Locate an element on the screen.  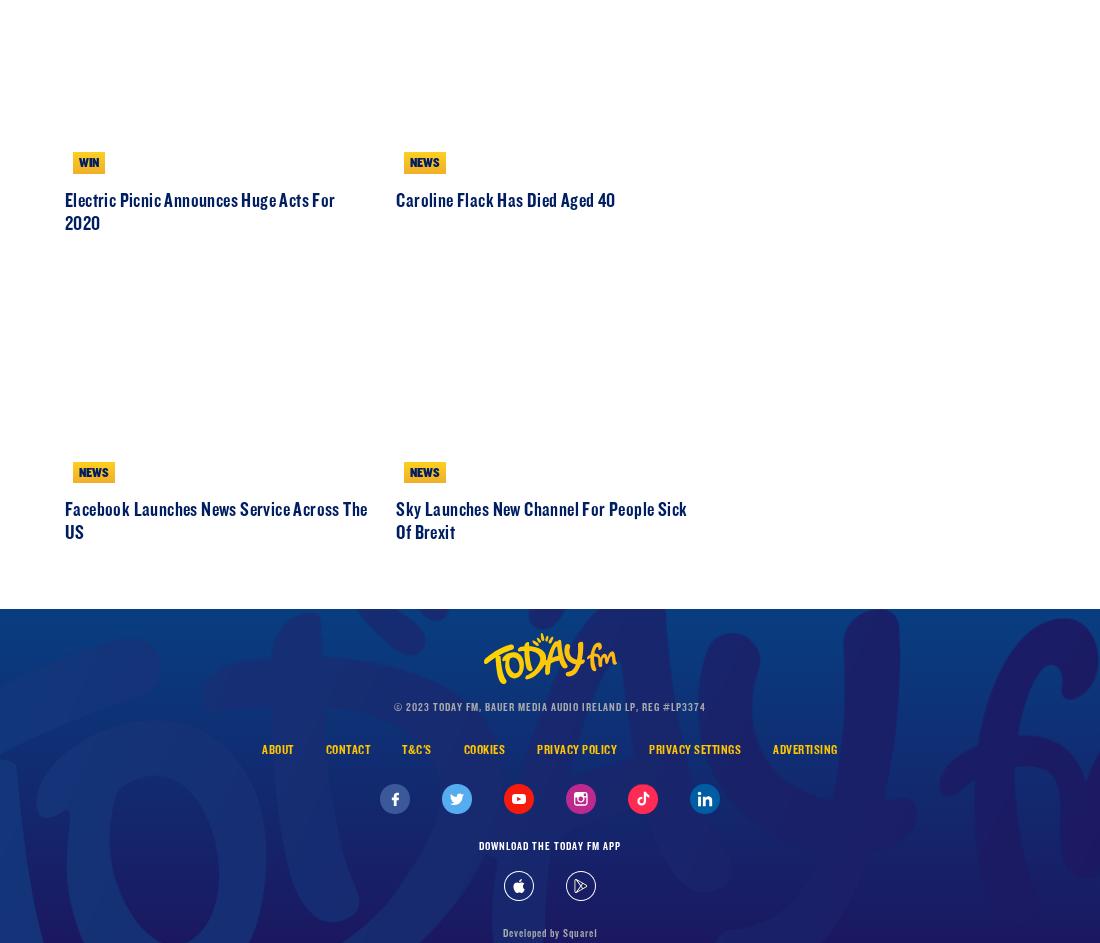
'Facebook Launches News Service Across The US' is located at coordinates (216, 604).